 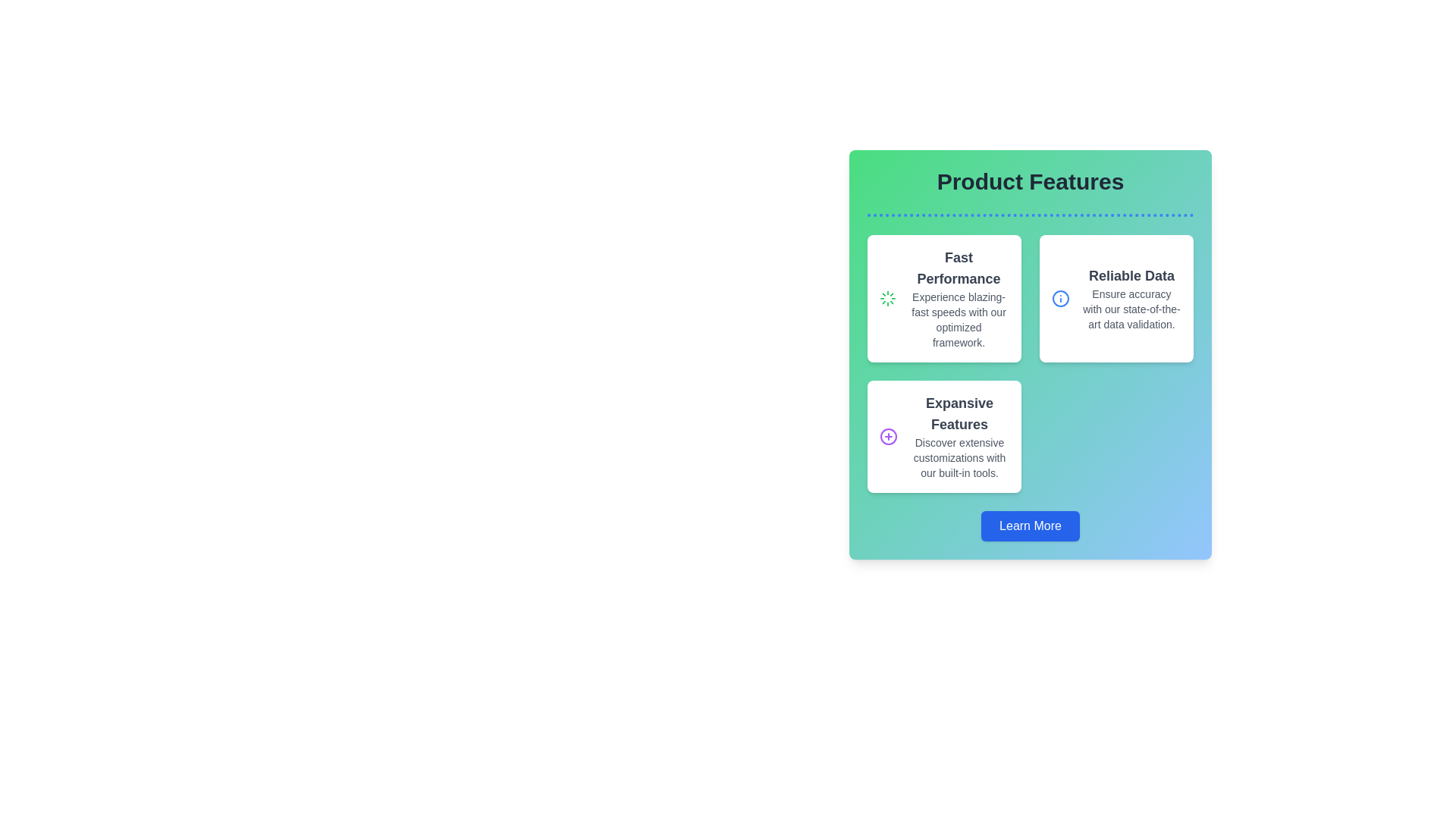 What do you see at coordinates (959, 457) in the screenshot?
I see `descriptive content of the Text Block stating 'Discover extensive customizations with our built-in tools.' located below the title 'Expansive Features' in the second card of the bottom row in the 'Product Features' section` at bounding box center [959, 457].